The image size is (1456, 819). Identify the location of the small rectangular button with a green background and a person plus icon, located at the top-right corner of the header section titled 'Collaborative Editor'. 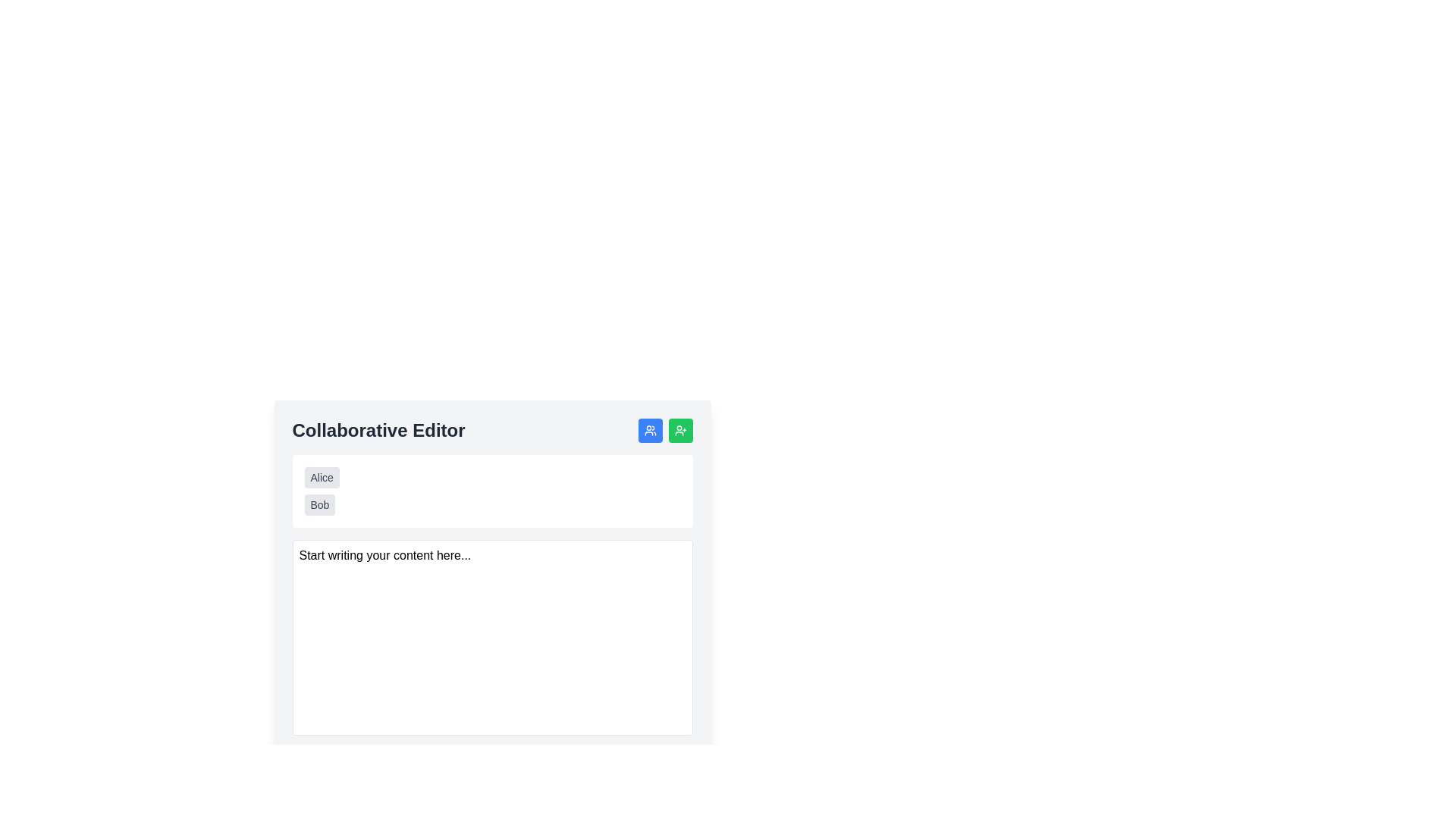
(665, 430).